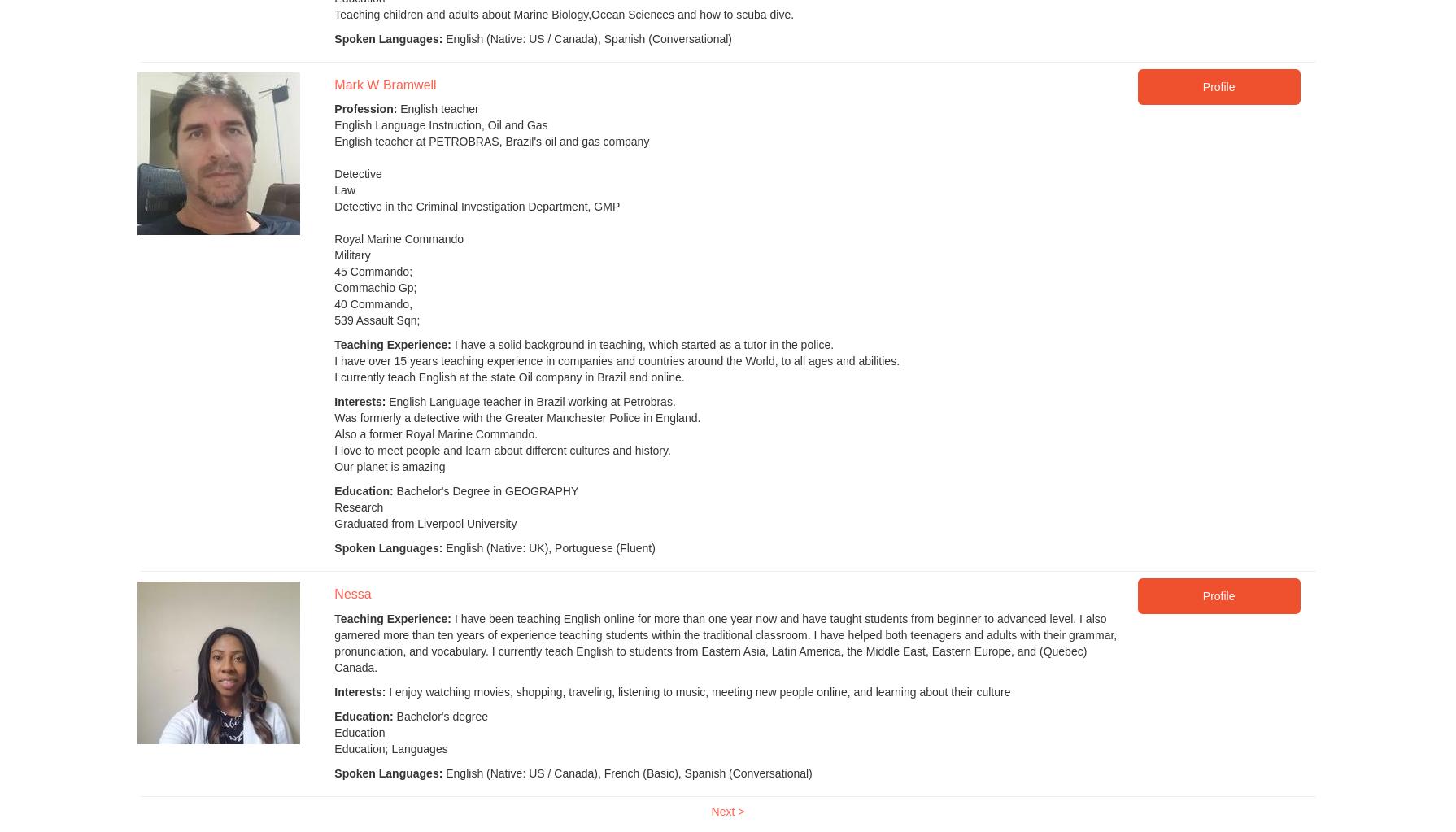  Describe the element at coordinates (626, 772) in the screenshot. I see `'English
              (Native: US / Canada), 
            
              French
              (Basic), 
            
              Spanish
              (Conversational)'` at that location.